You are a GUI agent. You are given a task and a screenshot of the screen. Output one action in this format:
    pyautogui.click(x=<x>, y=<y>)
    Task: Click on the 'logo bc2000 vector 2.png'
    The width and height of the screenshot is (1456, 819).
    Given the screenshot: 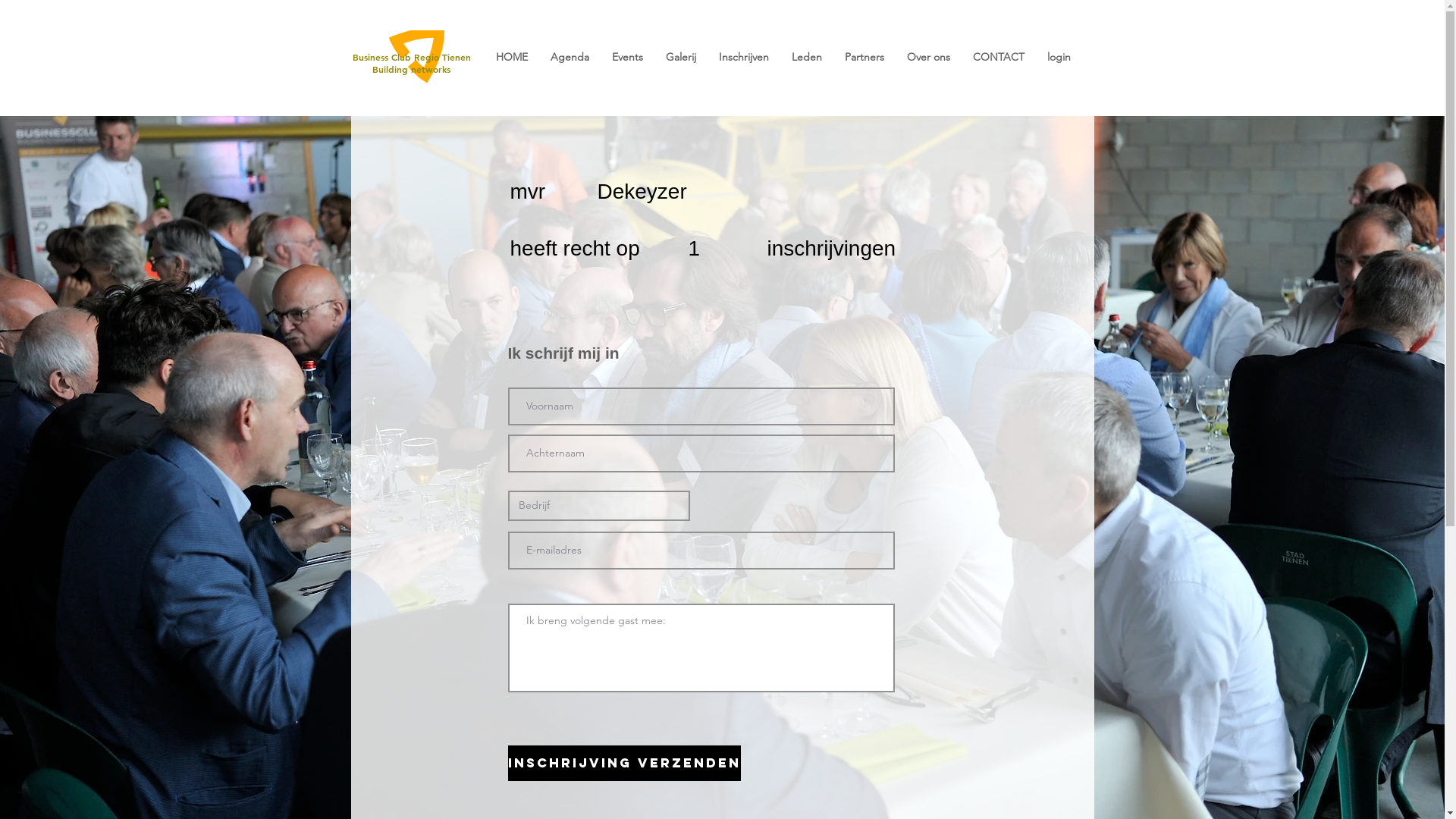 What is the action you would take?
    pyautogui.click(x=383, y=55)
    